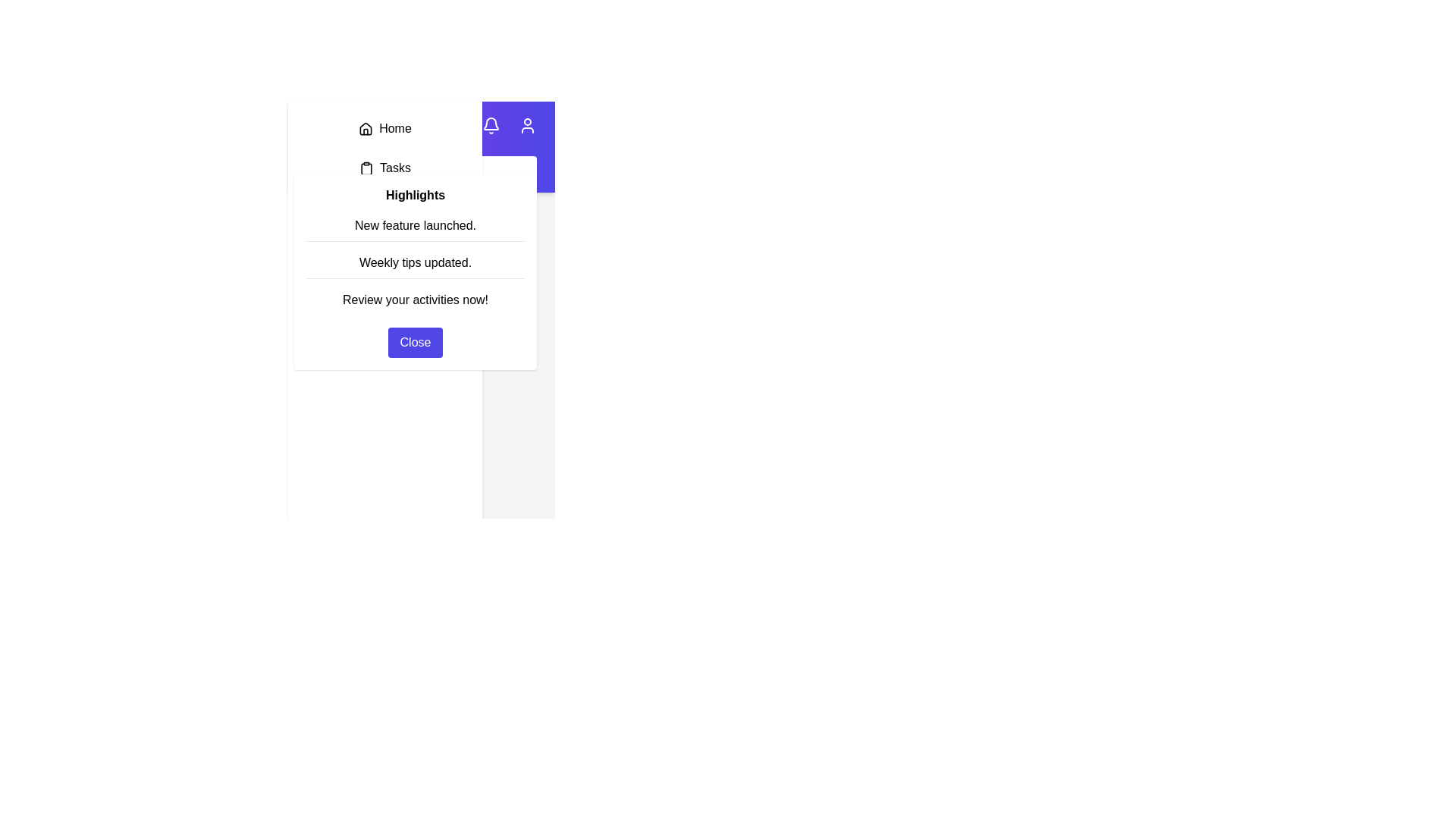 This screenshot has width=1456, height=819. Describe the element at coordinates (528, 124) in the screenshot. I see `the user icon button, which is a circular silhouette of a person styled in white lines on a purple background, located at the farthest right of a horizontal row of icons` at that location.